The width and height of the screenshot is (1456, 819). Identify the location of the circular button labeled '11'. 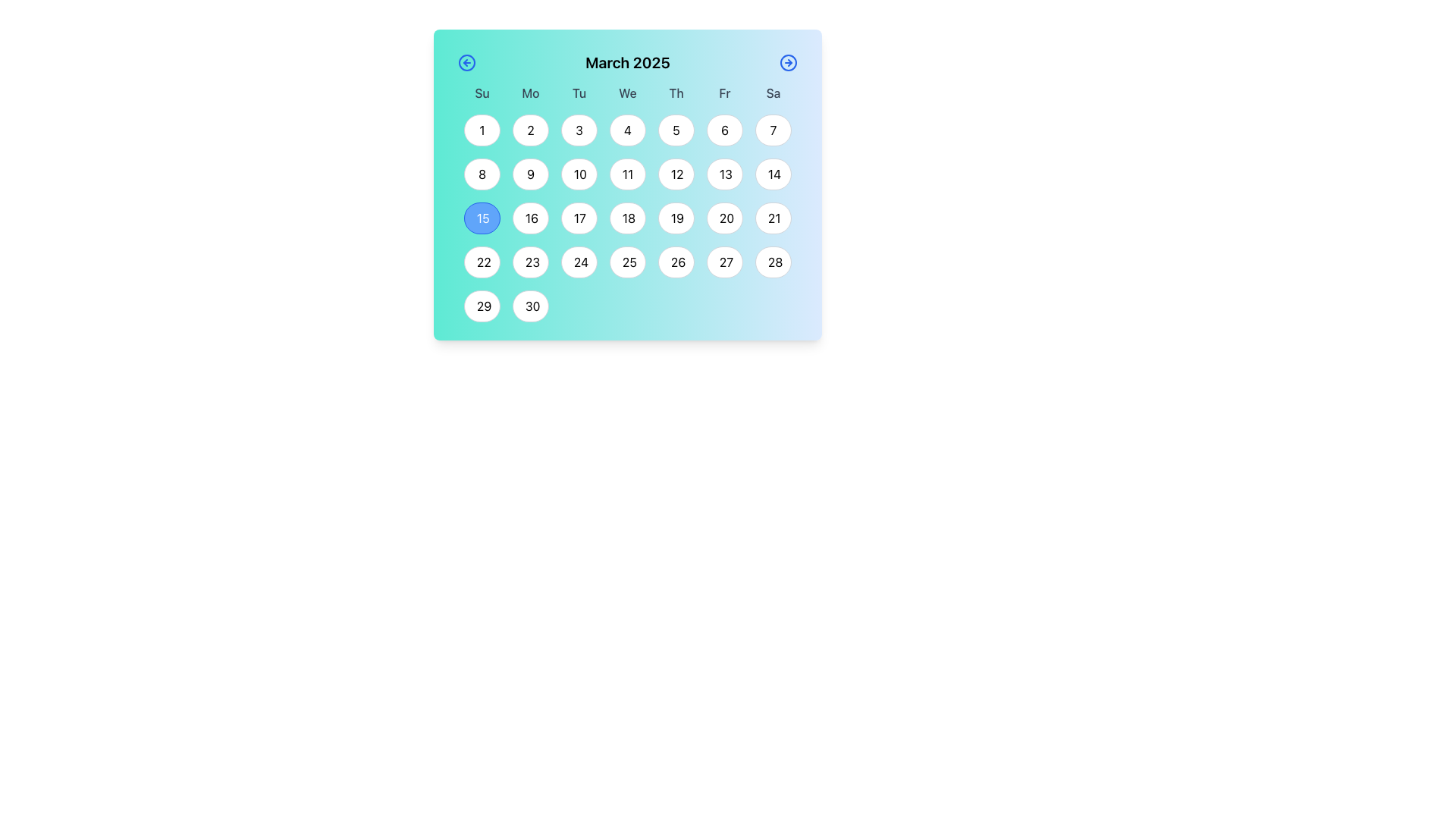
(628, 174).